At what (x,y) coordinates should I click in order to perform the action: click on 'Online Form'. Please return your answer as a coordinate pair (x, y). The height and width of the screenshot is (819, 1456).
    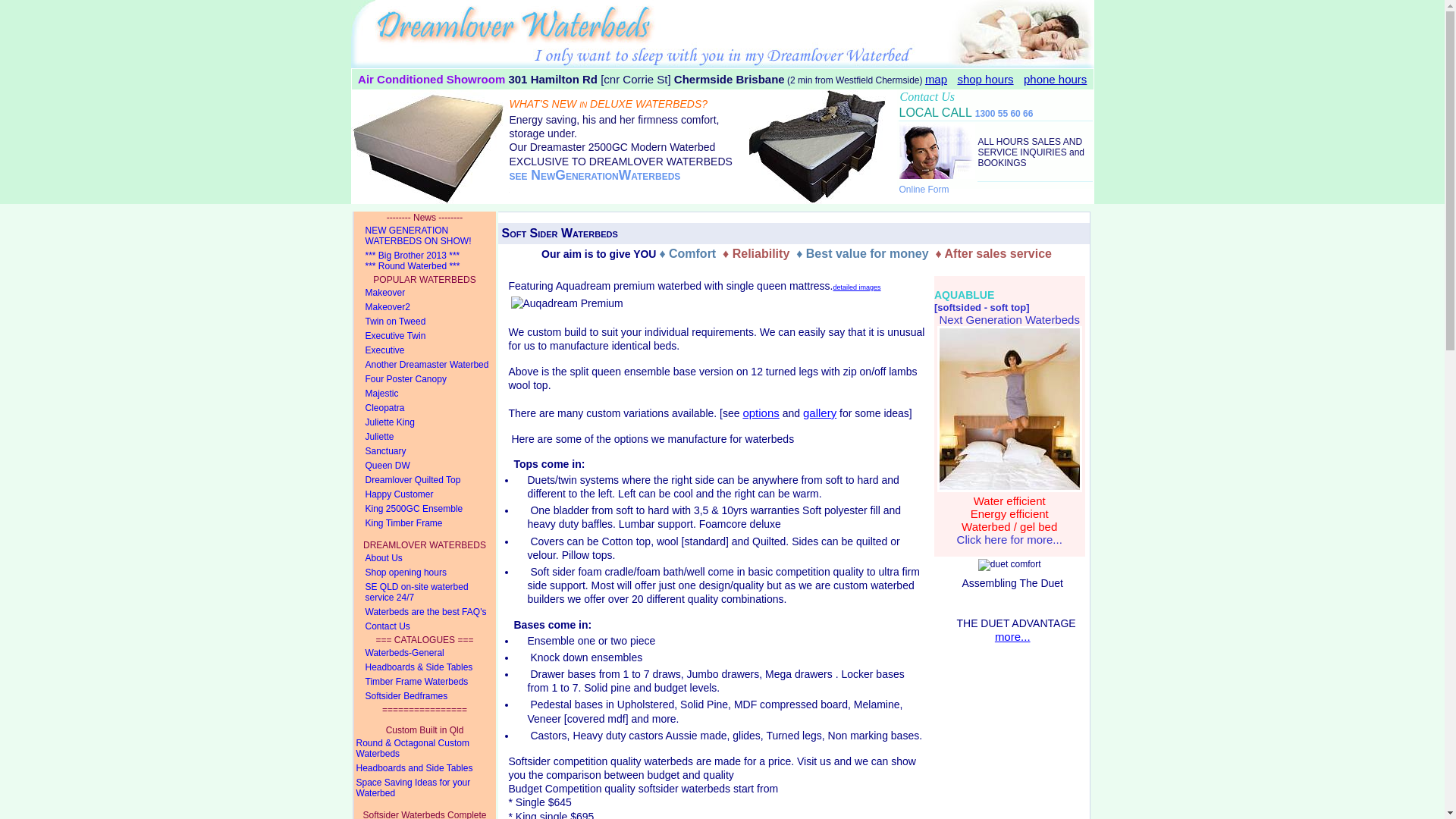
    Looking at the image, I should click on (924, 189).